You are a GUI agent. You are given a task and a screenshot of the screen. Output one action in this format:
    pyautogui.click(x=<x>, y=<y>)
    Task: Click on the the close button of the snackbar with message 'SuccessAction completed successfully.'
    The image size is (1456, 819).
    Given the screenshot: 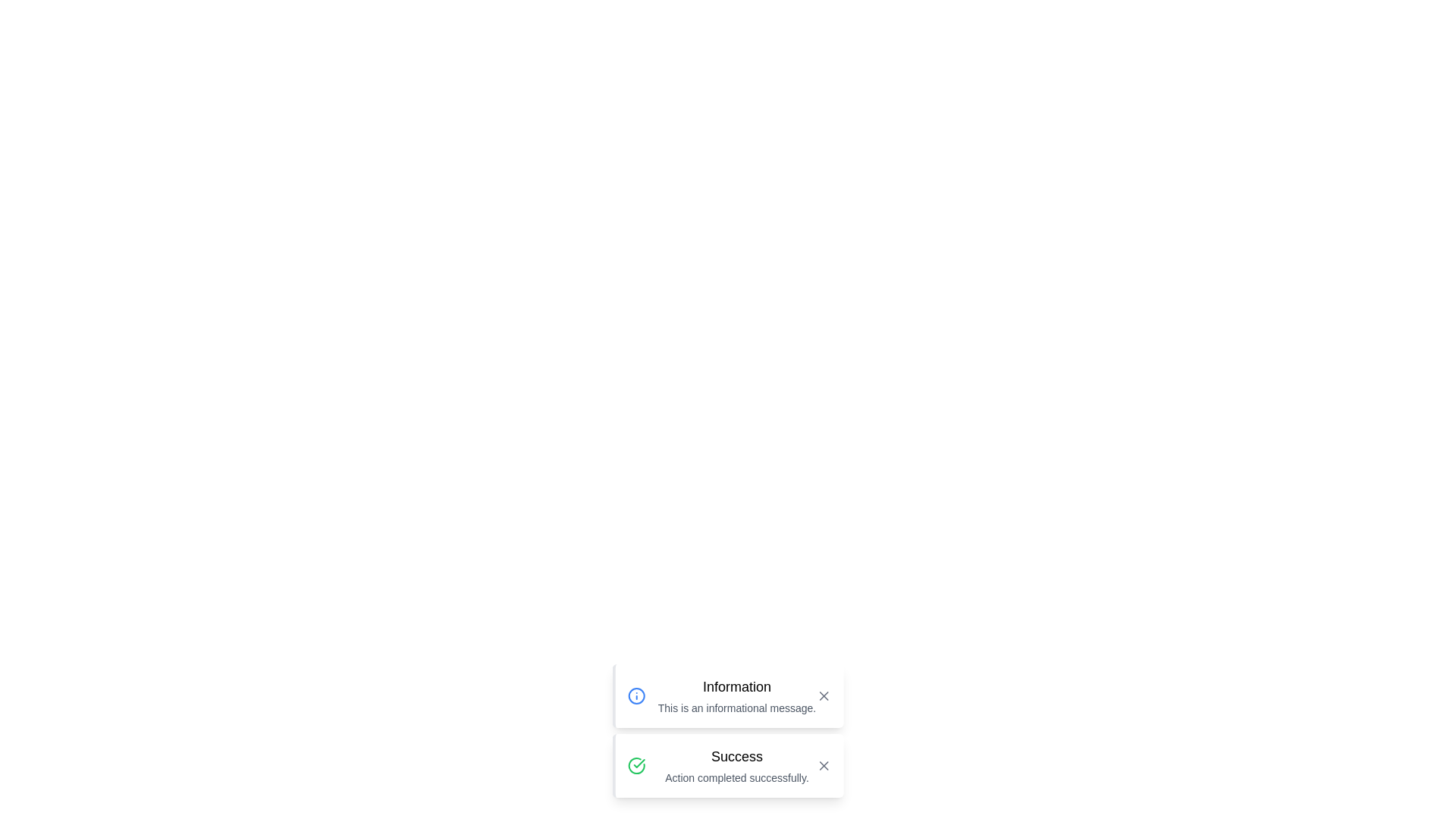 What is the action you would take?
    pyautogui.click(x=823, y=766)
    